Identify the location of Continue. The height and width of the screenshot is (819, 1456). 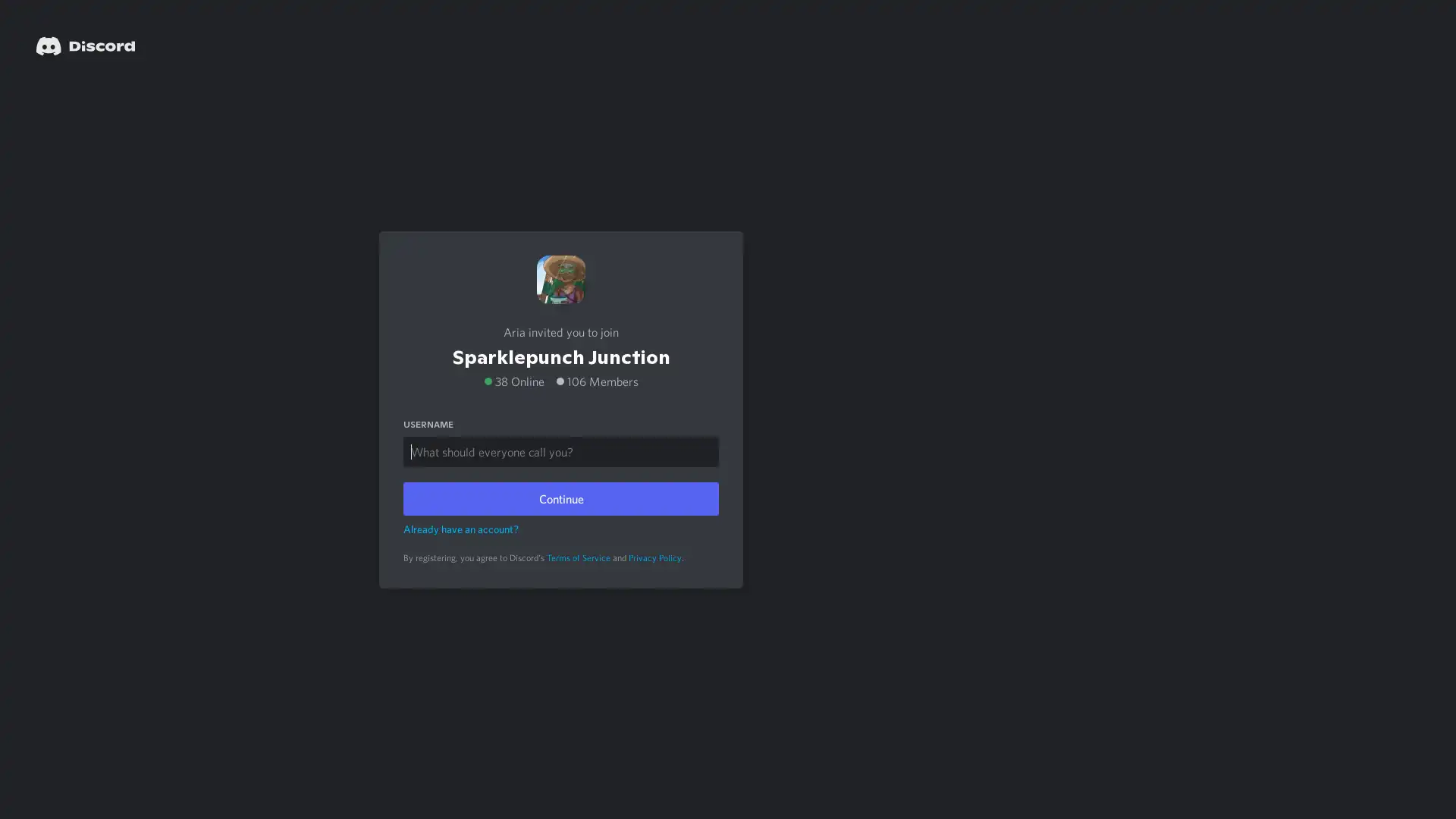
(560, 497).